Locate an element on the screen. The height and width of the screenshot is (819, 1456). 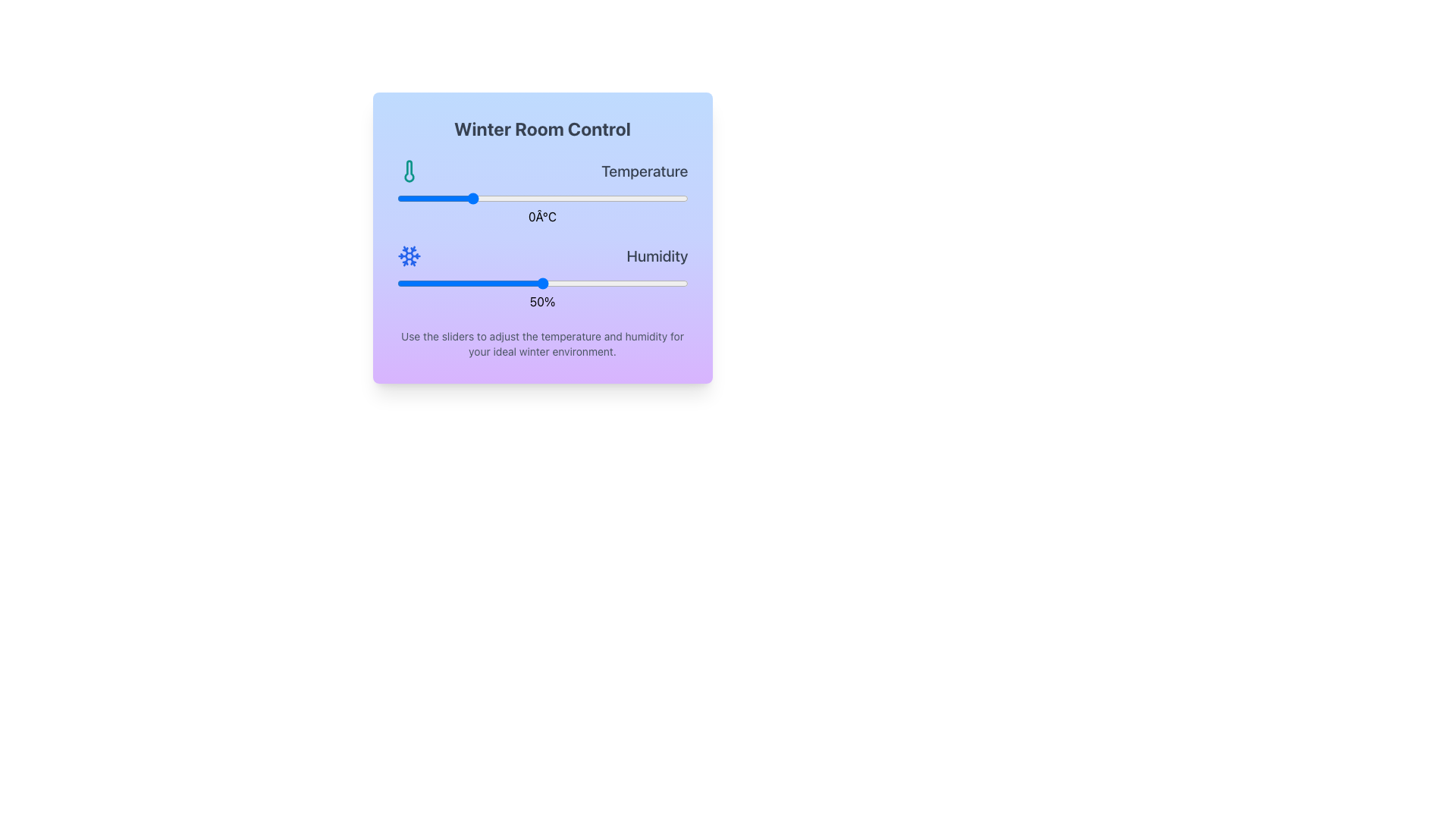
the temperature is located at coordinates (513, 198).